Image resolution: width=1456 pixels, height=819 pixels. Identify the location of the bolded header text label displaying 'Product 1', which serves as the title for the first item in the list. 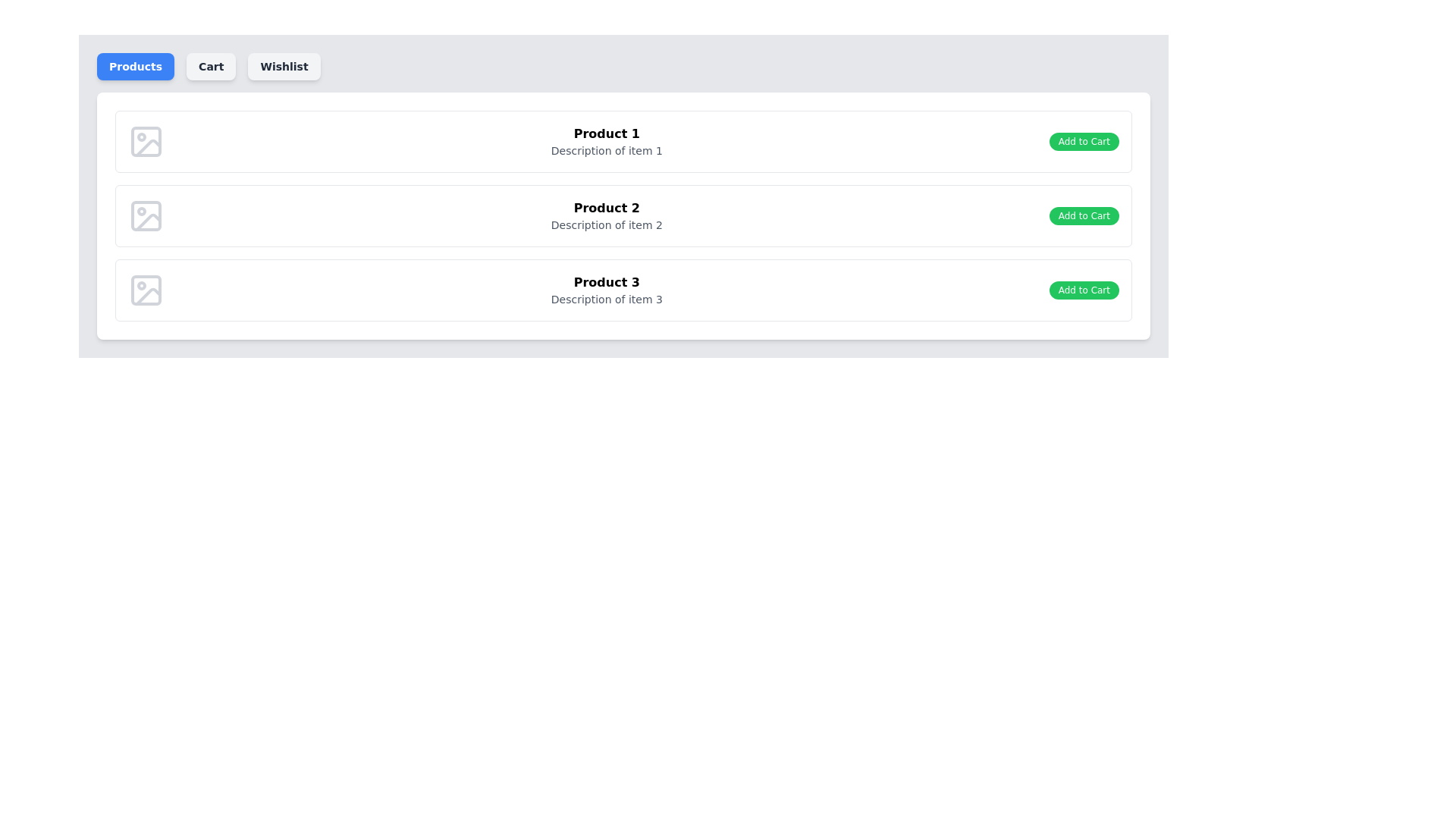
(607, 133).